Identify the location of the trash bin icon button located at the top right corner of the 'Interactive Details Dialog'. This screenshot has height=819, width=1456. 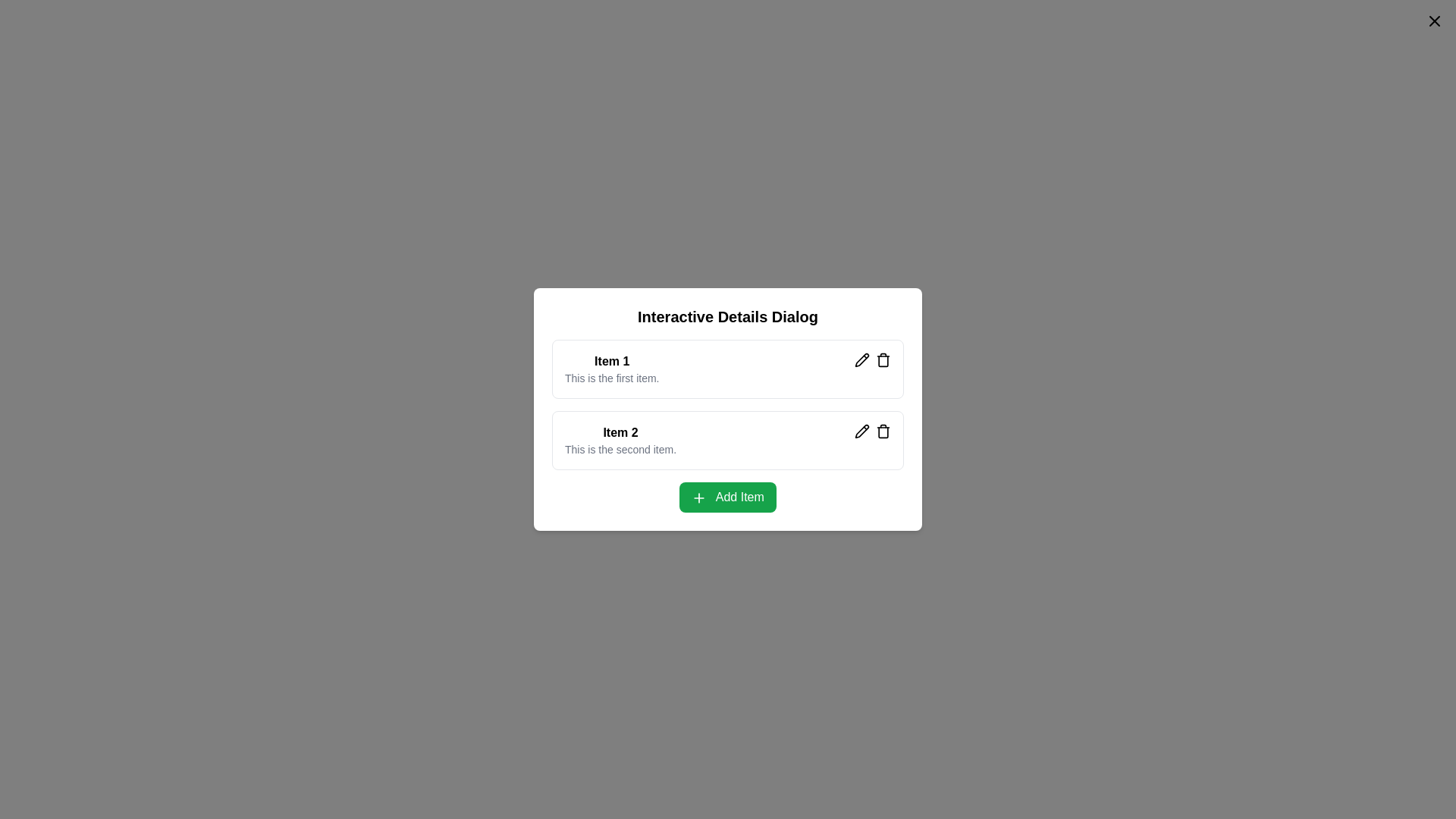
(883, 359).